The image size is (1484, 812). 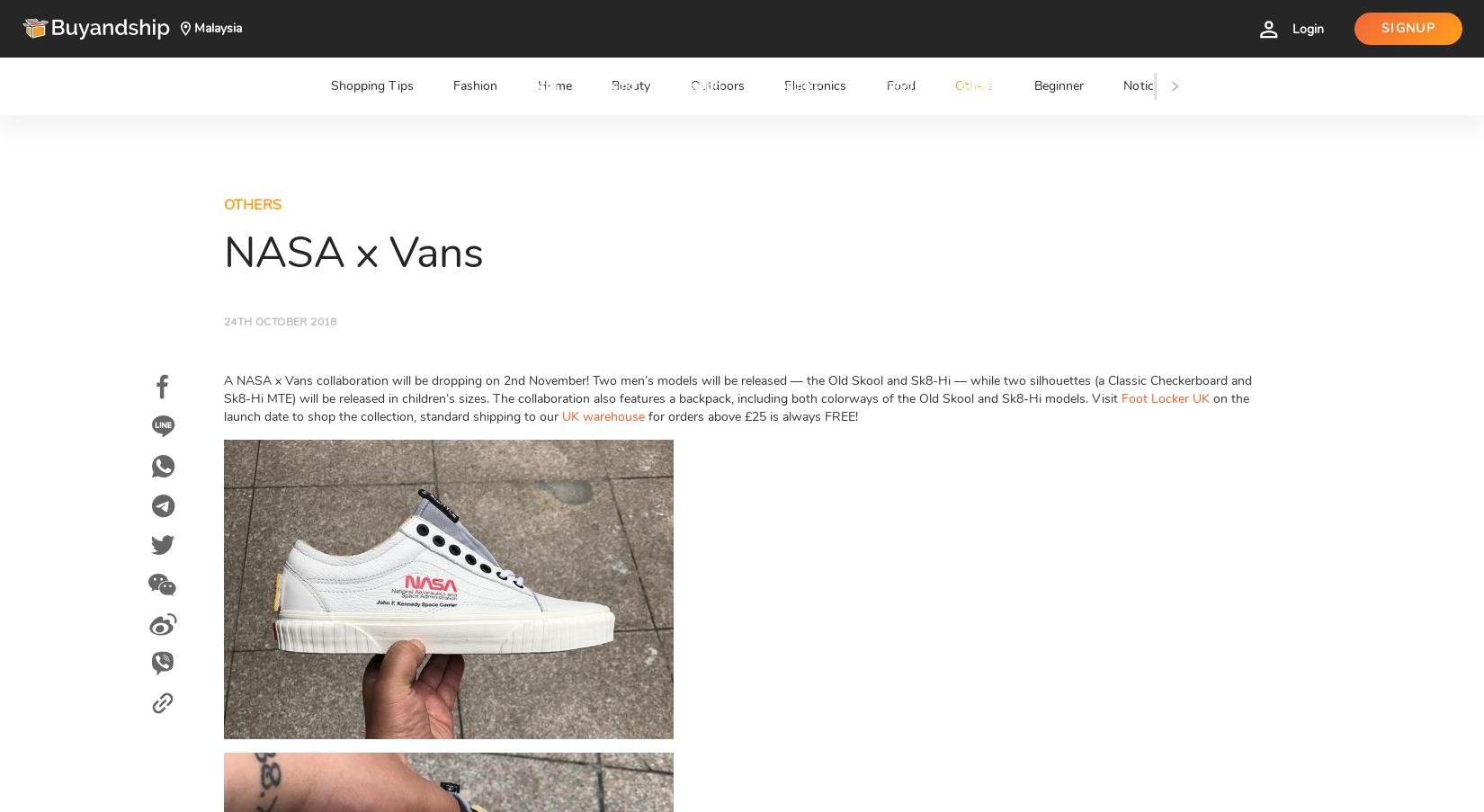 I want to click on 'on the launch date to shop the collection, standard shipping to our', so click(x=736, y=407).